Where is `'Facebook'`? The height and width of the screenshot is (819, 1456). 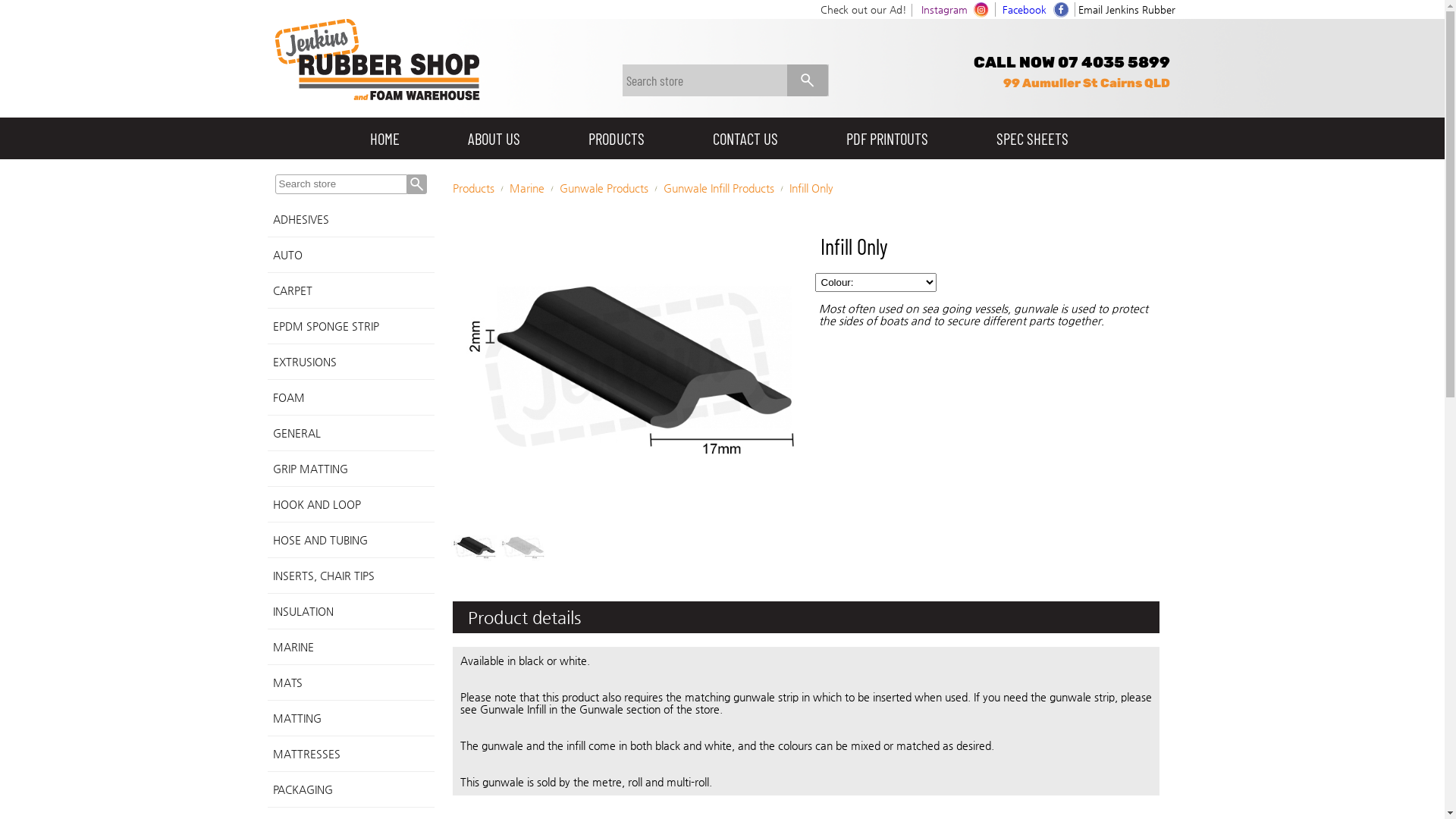
'Facebook' is located at coordinates (1024, 9).